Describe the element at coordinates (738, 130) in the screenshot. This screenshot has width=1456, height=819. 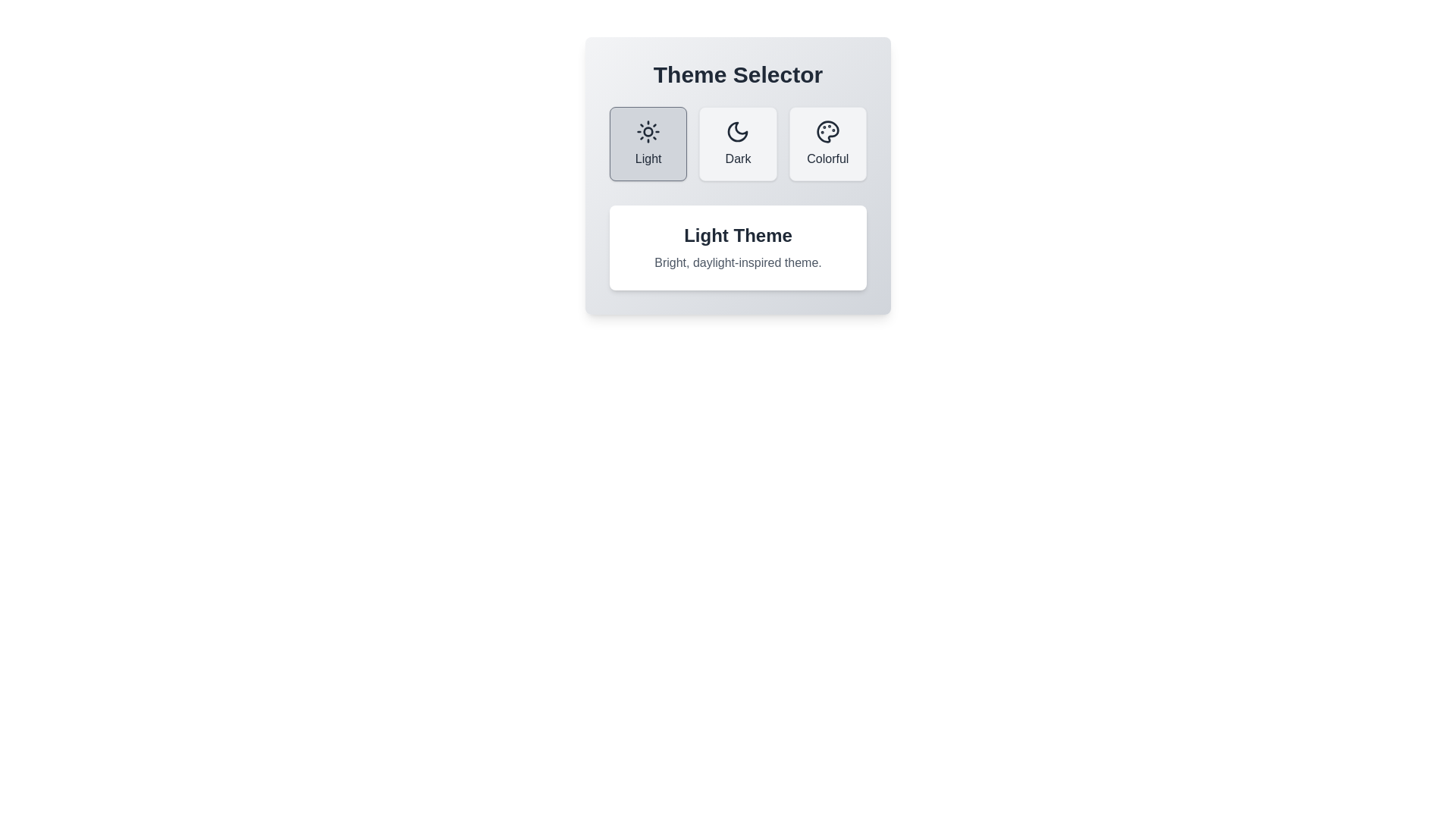
I see `the moon-shaped icon inside the 'Dark' button` at that location.